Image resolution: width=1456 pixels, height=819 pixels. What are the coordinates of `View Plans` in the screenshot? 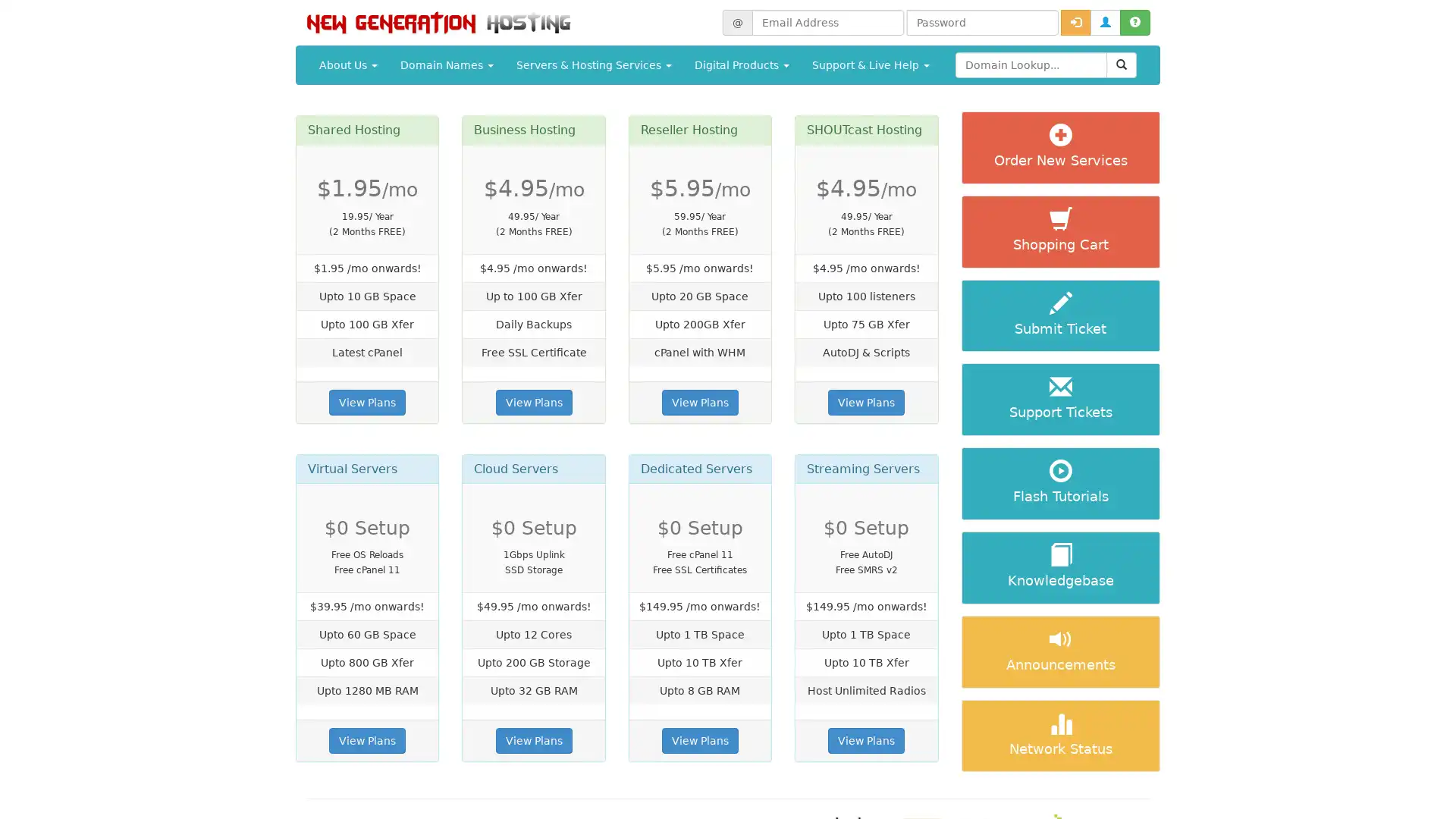 It's located at (698, 400).